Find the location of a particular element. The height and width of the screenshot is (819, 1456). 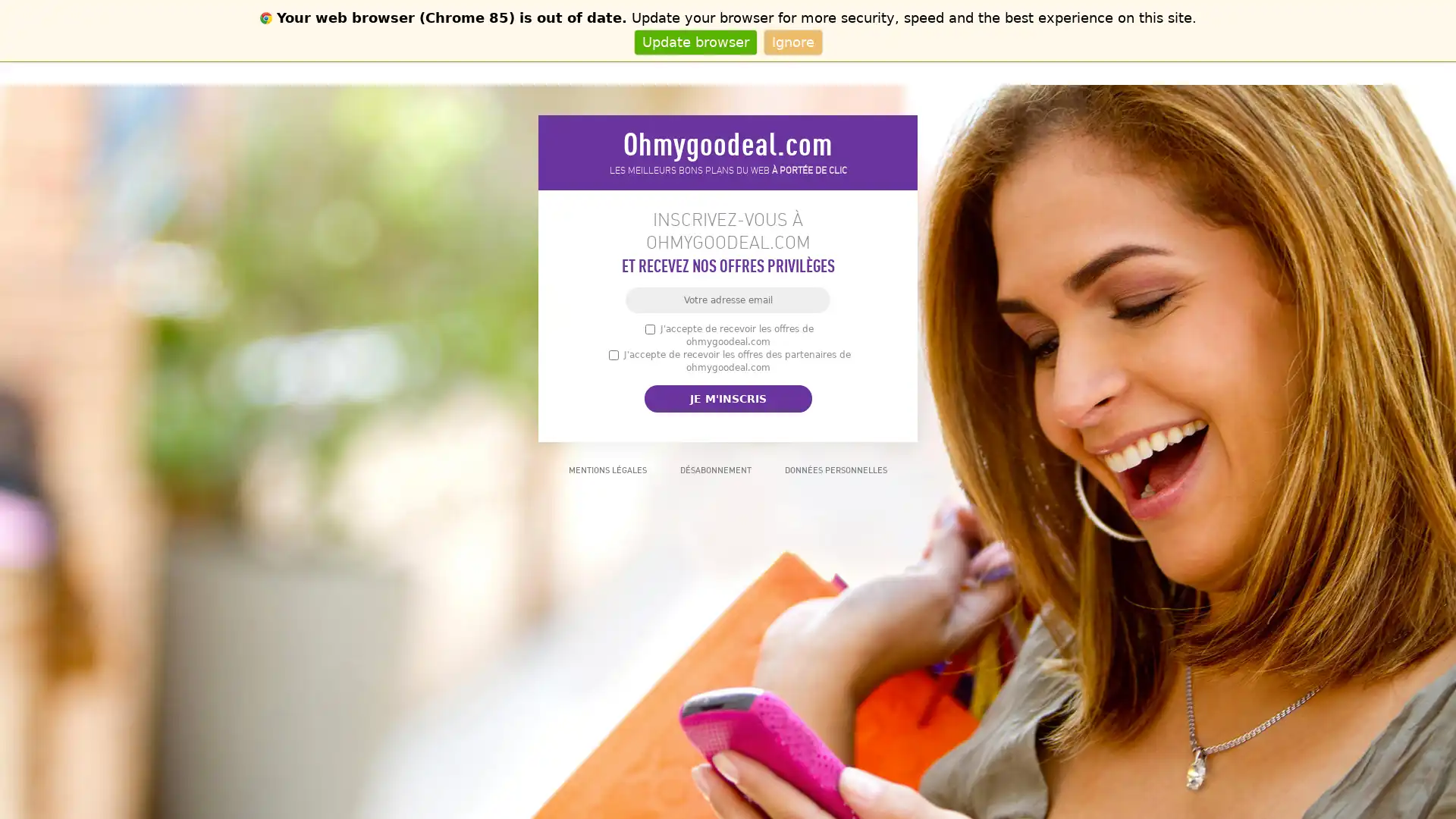

Ignore is located at coordinates (792, 41).